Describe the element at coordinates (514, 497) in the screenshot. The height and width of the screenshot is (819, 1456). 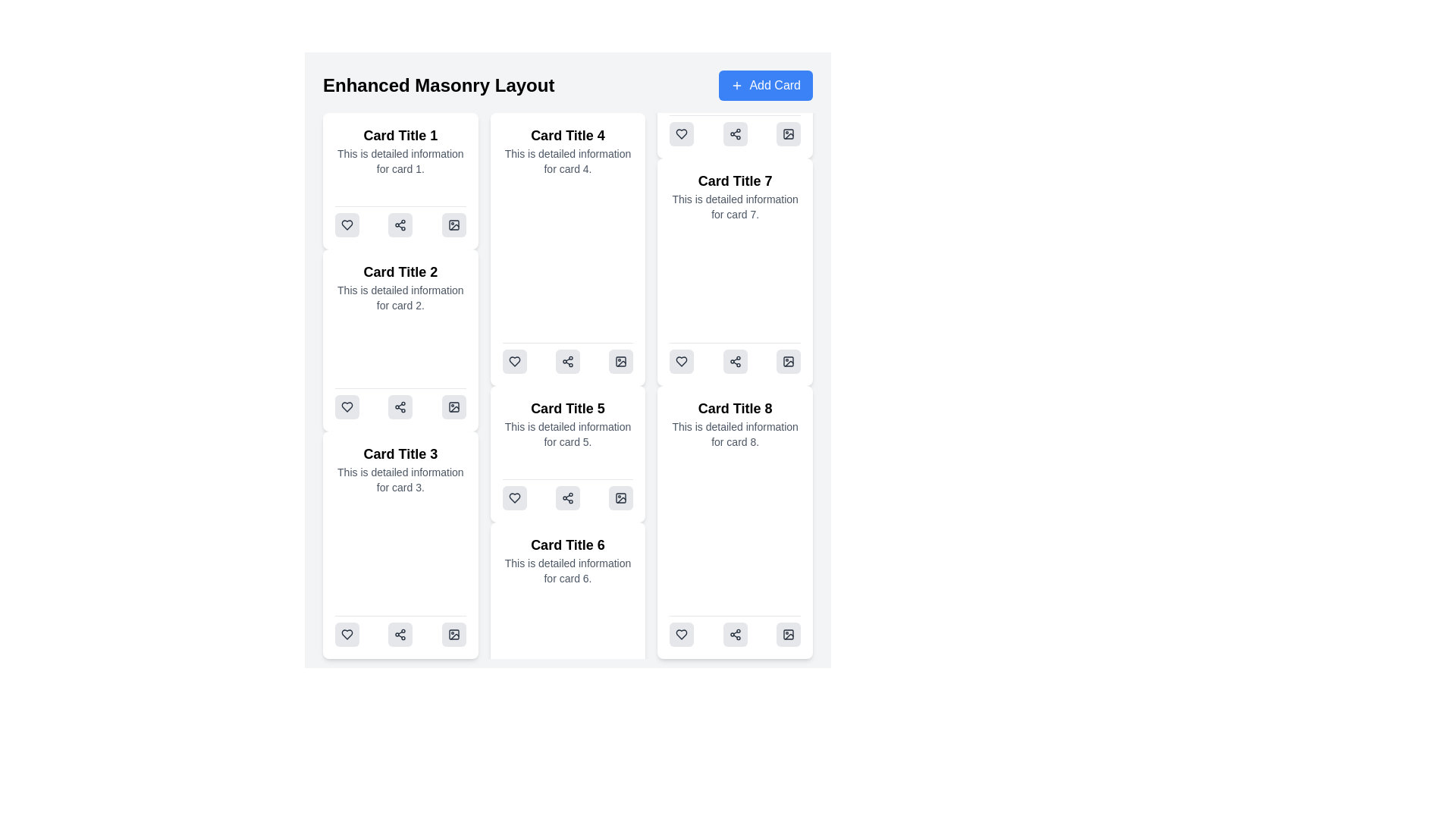
I see `the heart-shaped icon located at the bottom section of 'Card Title 6'` at that location.